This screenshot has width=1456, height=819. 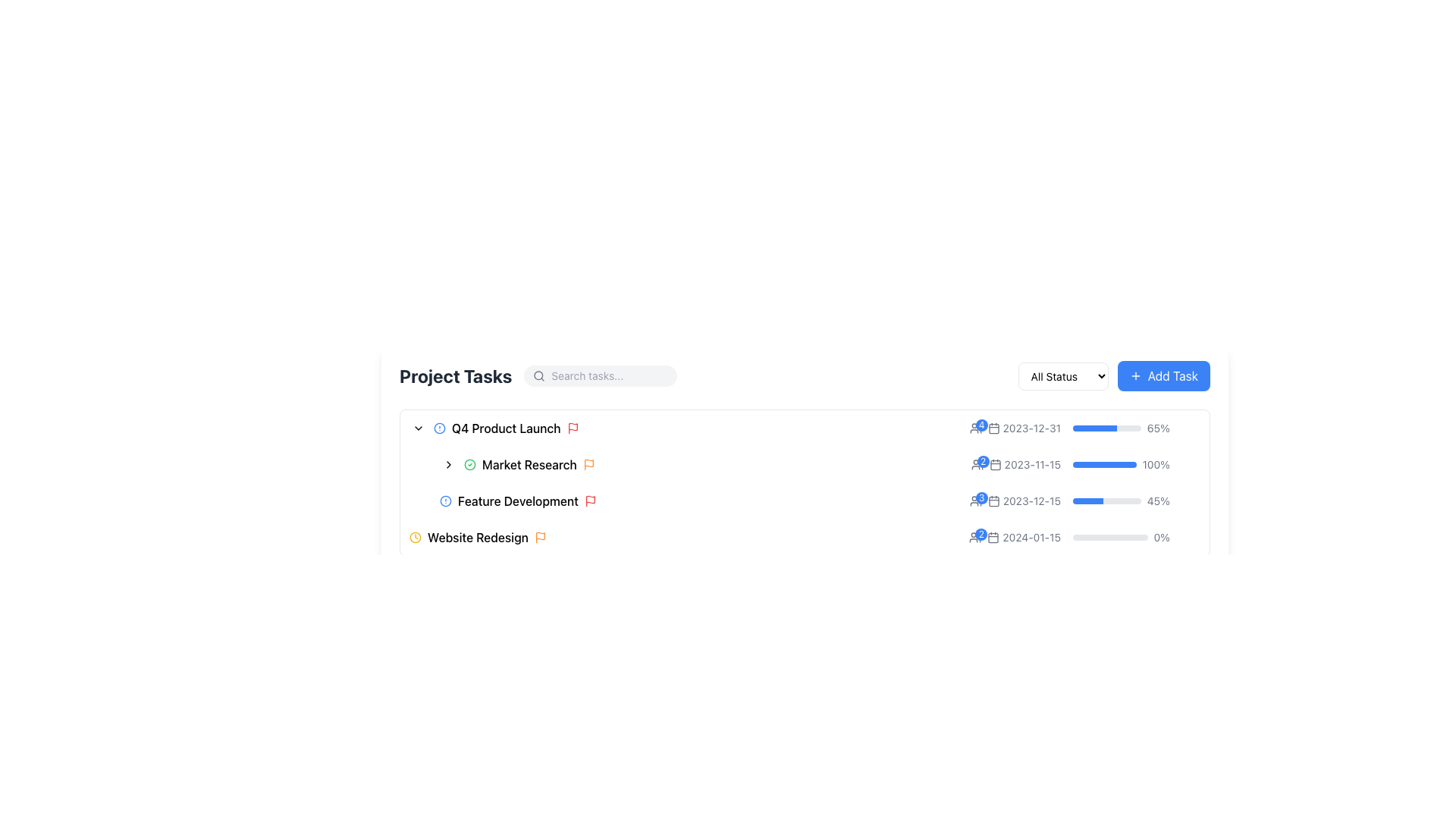 I want to click on task completion, so click(x=1105, y=428).